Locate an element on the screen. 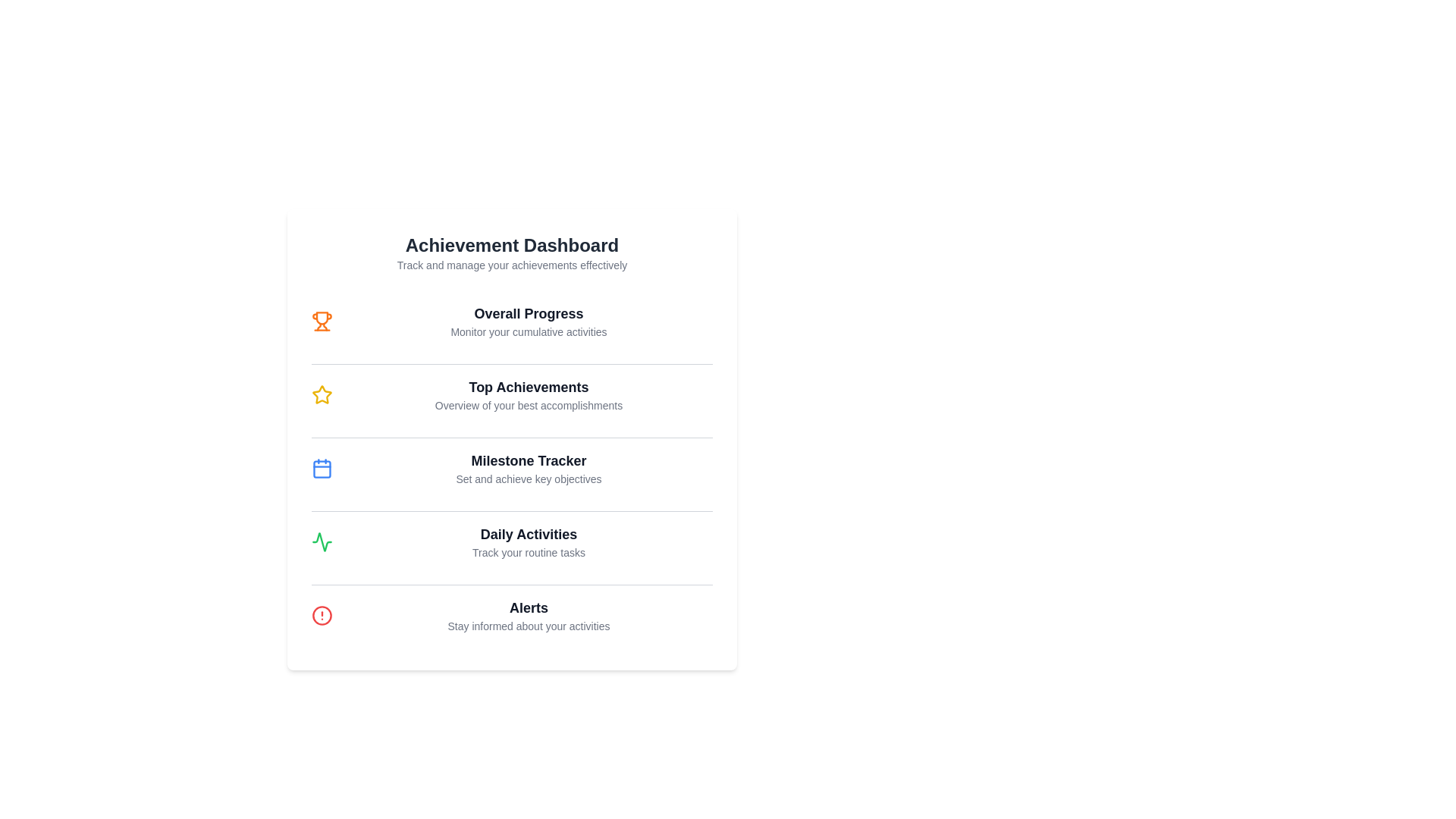 The image size is (1456, 819). the 'Daily Activities' text label, which is styled with a larger bold font in dark gray, positioned centrally above the smaller text 'Track your routine tasks' is located at coordinates (529, 534).